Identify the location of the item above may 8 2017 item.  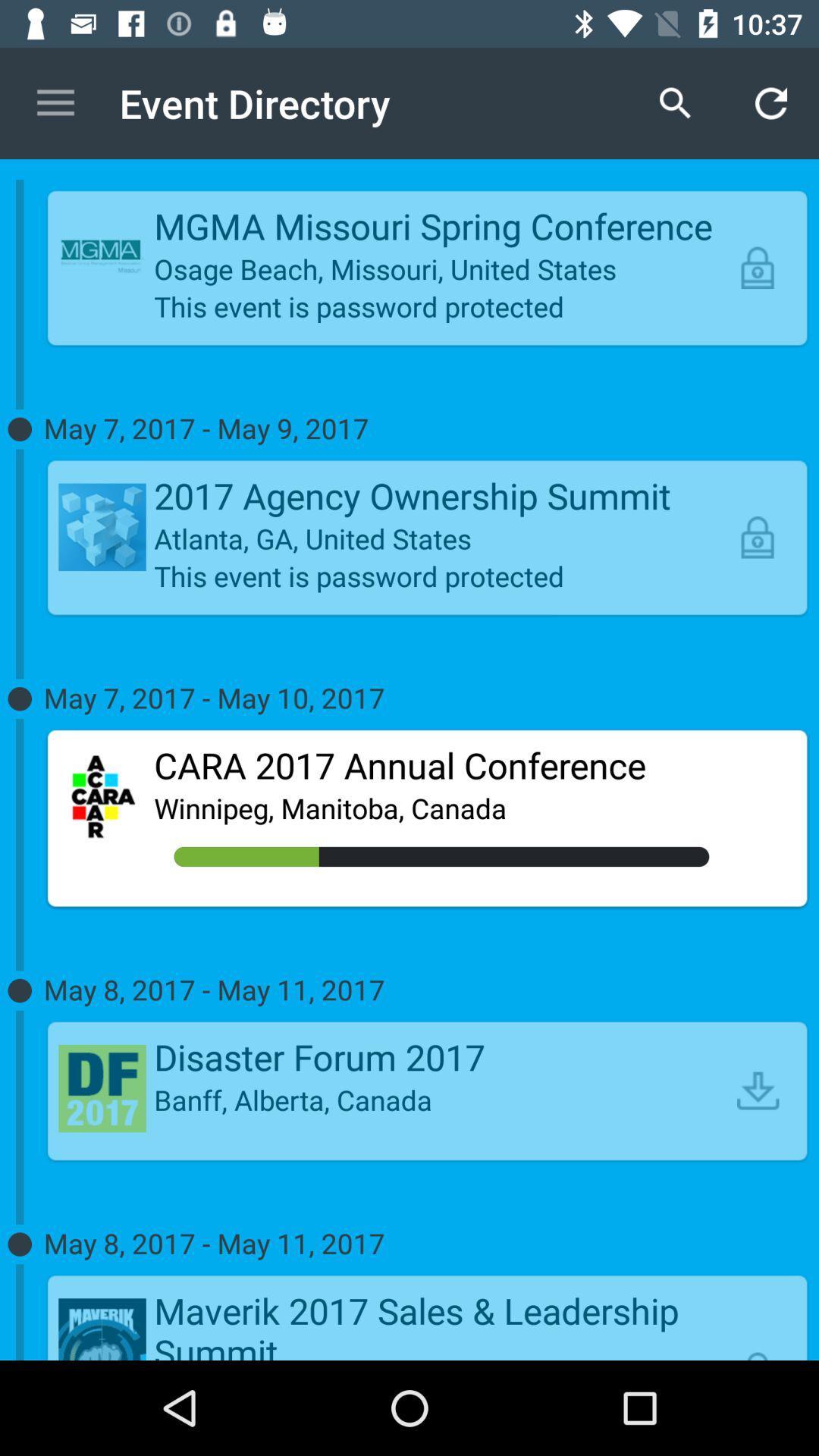
(758, 1090).